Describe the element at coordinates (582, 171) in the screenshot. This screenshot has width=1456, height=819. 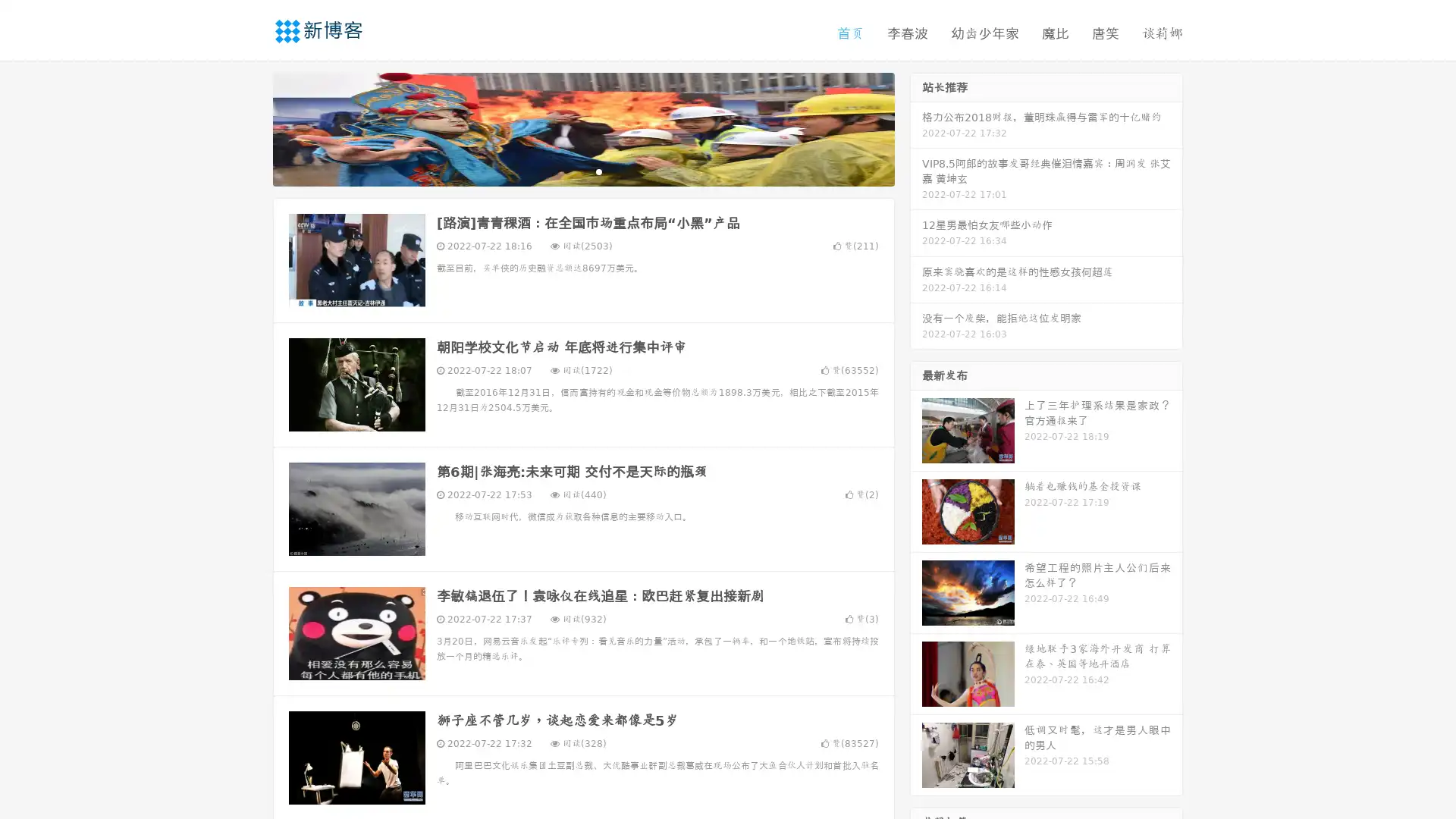
I see `Go to slide 2` at that location.